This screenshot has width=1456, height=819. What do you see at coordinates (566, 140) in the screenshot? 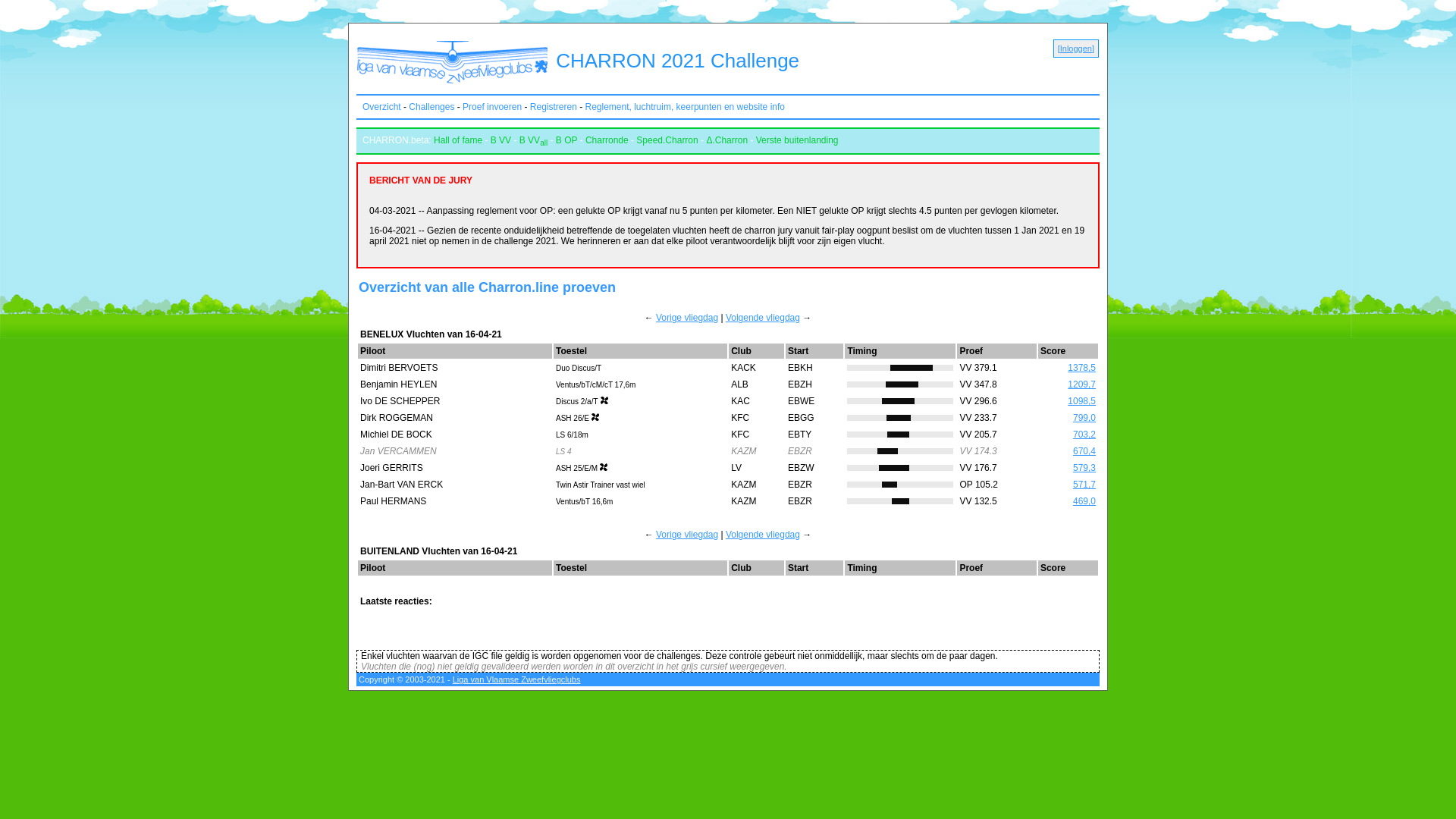
I see `'B OP'` at bounding box center [566, 140].